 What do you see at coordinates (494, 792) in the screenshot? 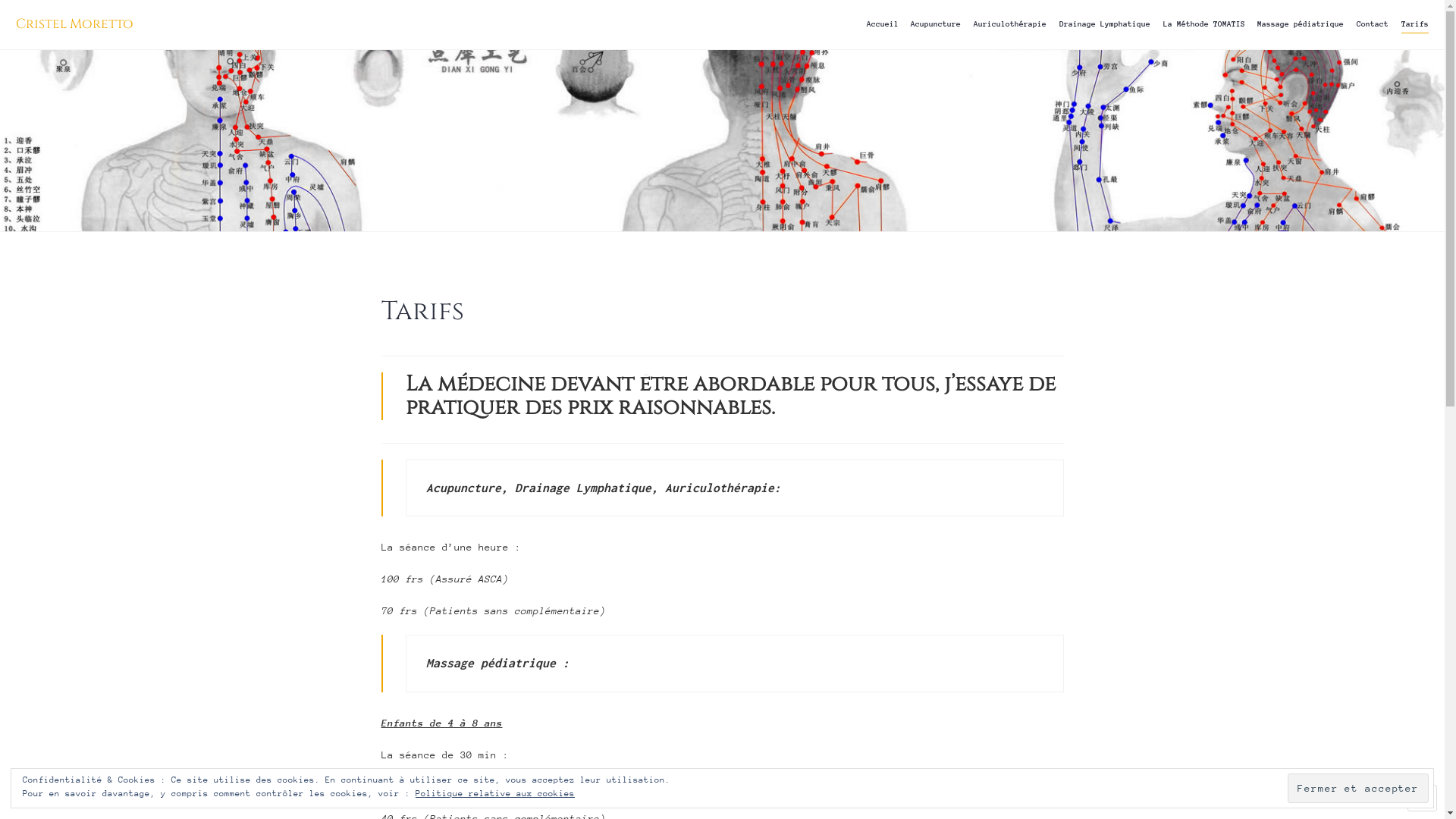
I see `'Politique relative aux cookies'` at bounding box center [494, 792].